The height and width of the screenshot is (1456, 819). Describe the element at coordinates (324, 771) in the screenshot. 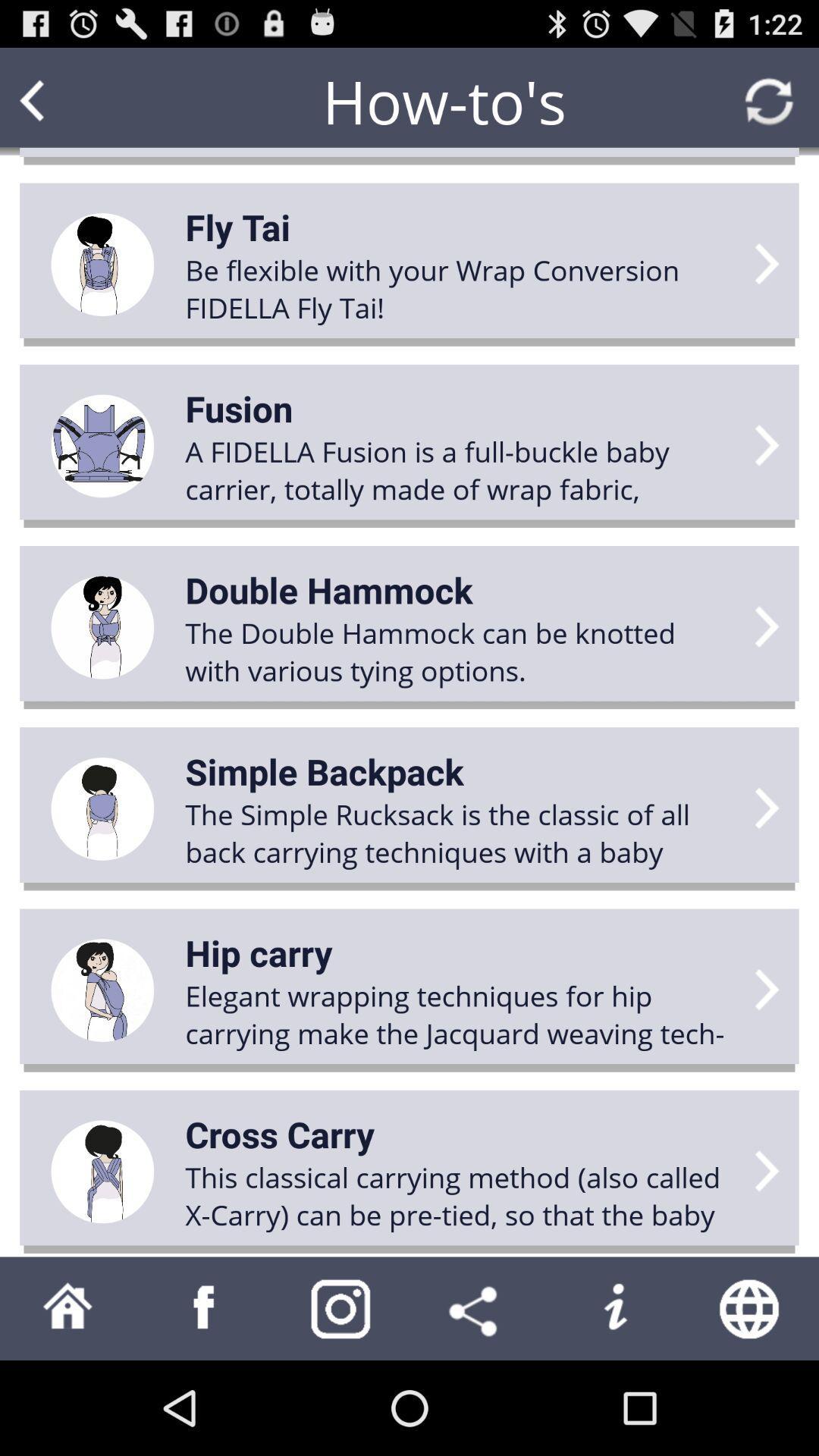

I see `the icon above the the simple rucksack item` at that location.